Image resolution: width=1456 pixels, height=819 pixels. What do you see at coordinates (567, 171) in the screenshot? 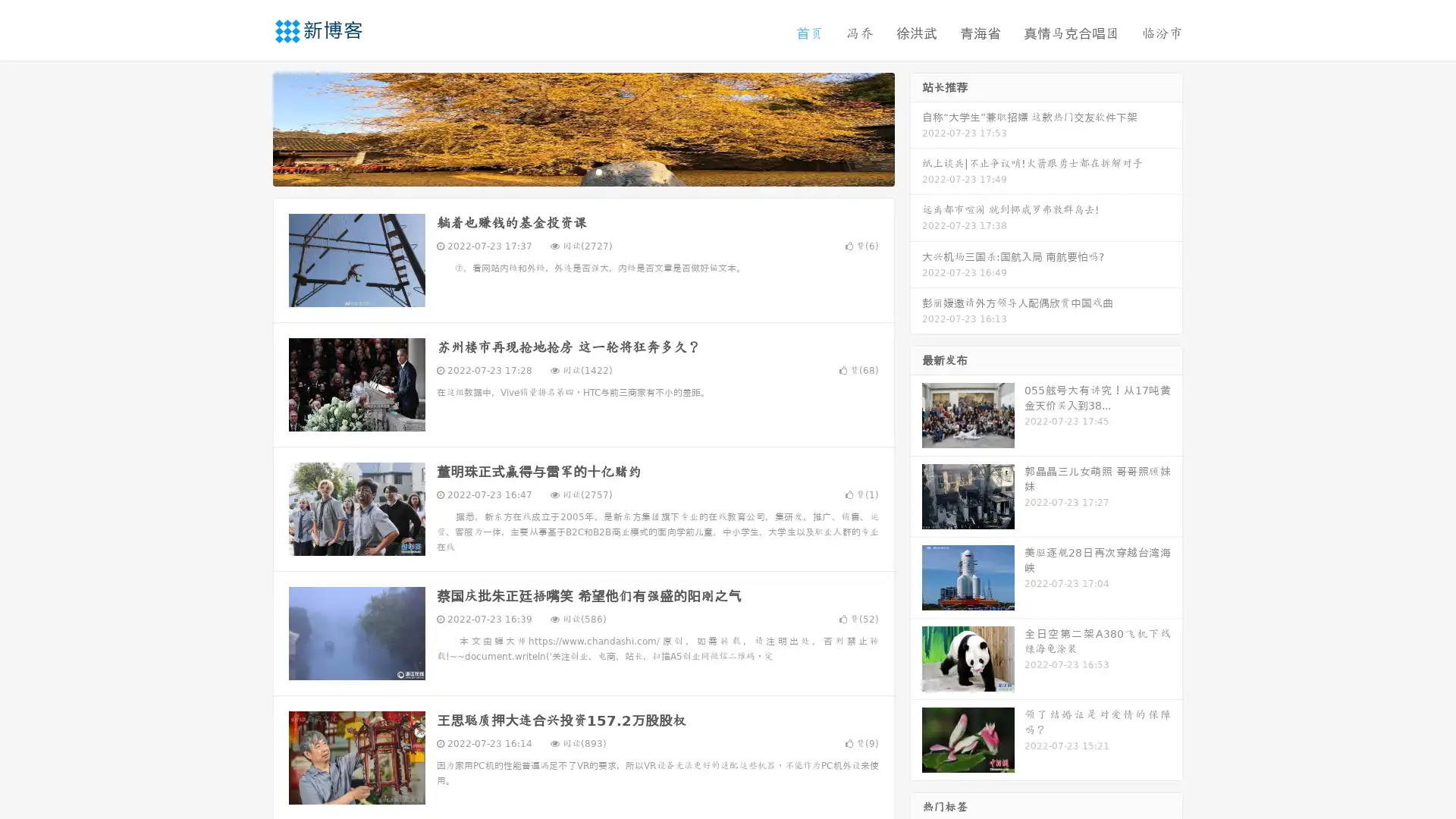
I see `Go to slide 1` at bounding box center [567, 171].